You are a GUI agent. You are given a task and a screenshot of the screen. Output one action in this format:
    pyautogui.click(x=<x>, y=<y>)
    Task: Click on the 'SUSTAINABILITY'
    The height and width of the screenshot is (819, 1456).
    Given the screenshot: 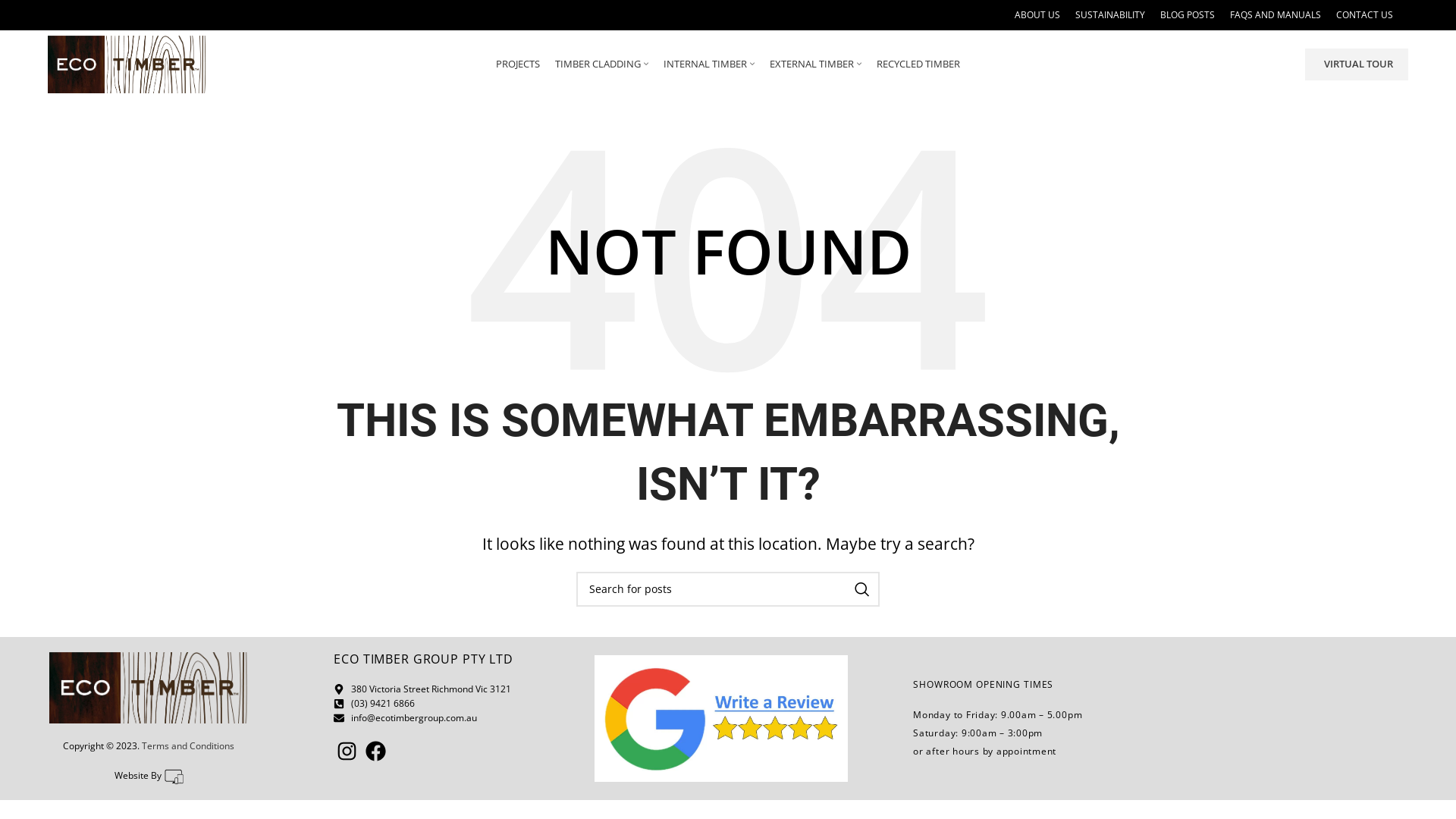 What is the action you would take?
    pyautogui.click(x=1110, y=14)
    